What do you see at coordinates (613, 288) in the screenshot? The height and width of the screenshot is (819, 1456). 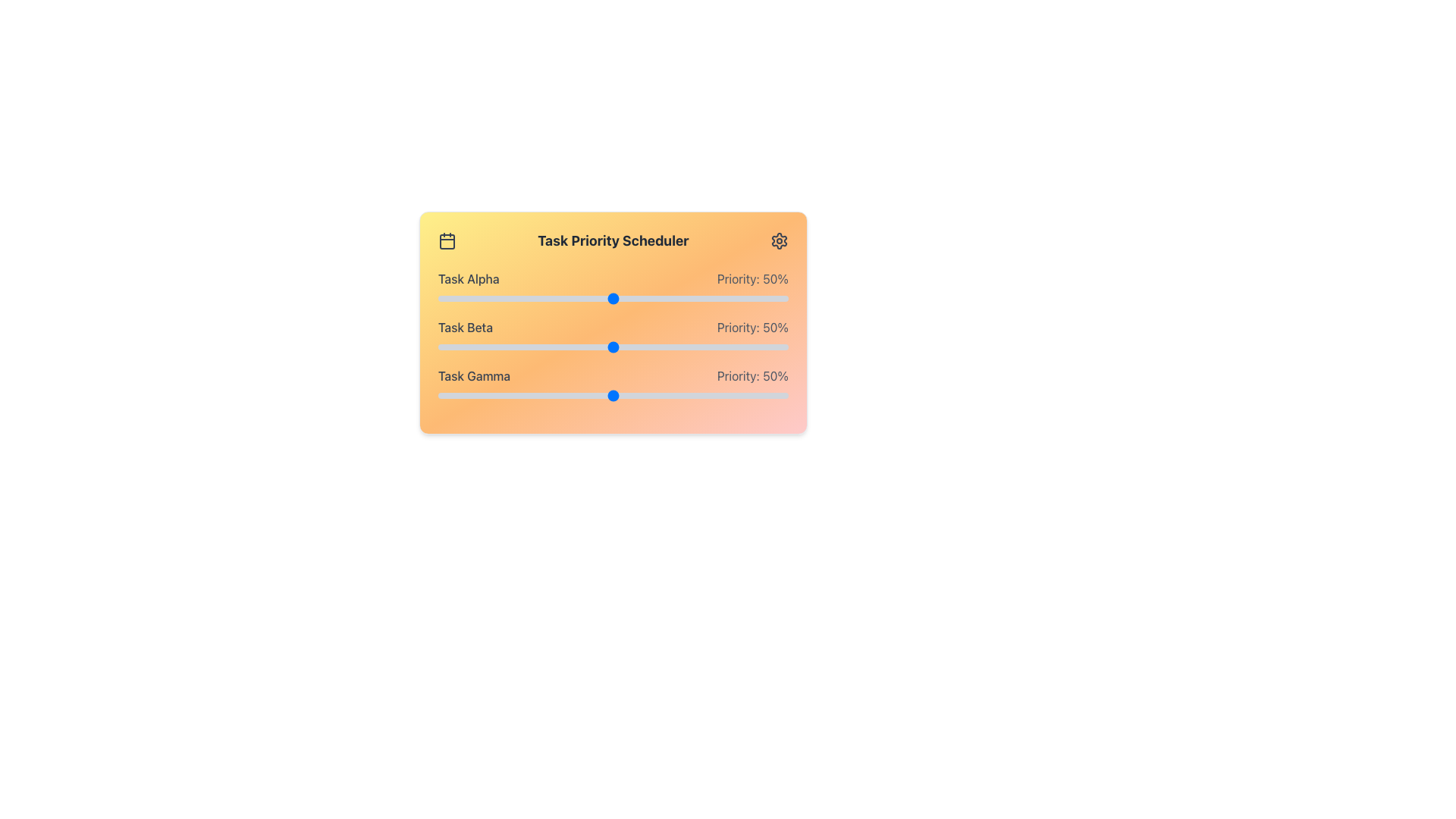 I see `the Composite element displaying task details for 'Task Alpha', which contains the title 'Task Alpha' and a slider indicating priority at 50%` at bounding box center [613, 288].